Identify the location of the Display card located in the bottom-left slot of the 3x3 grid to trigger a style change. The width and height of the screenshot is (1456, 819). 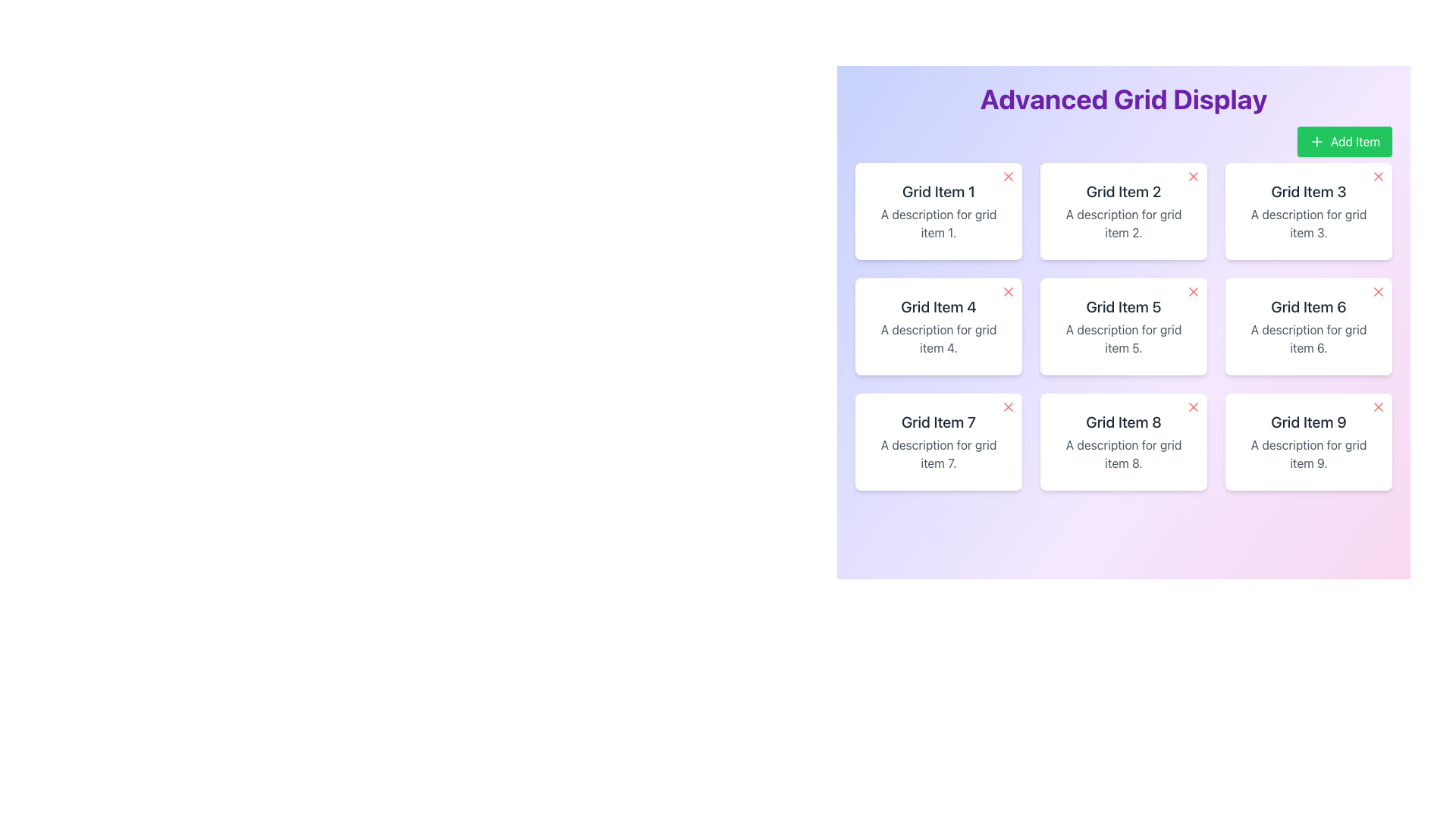
(938, 441).